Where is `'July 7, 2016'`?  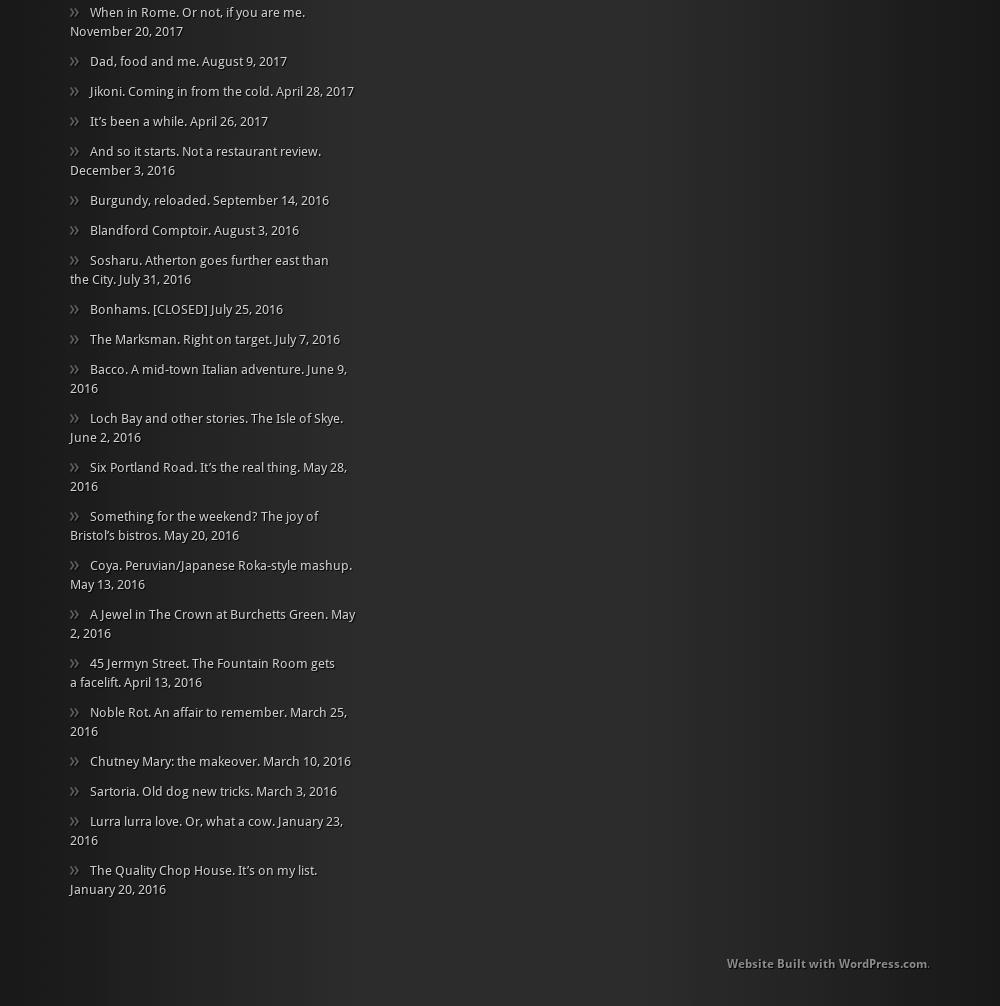 'July 7, 2016' is located at coordinates (307, 337).